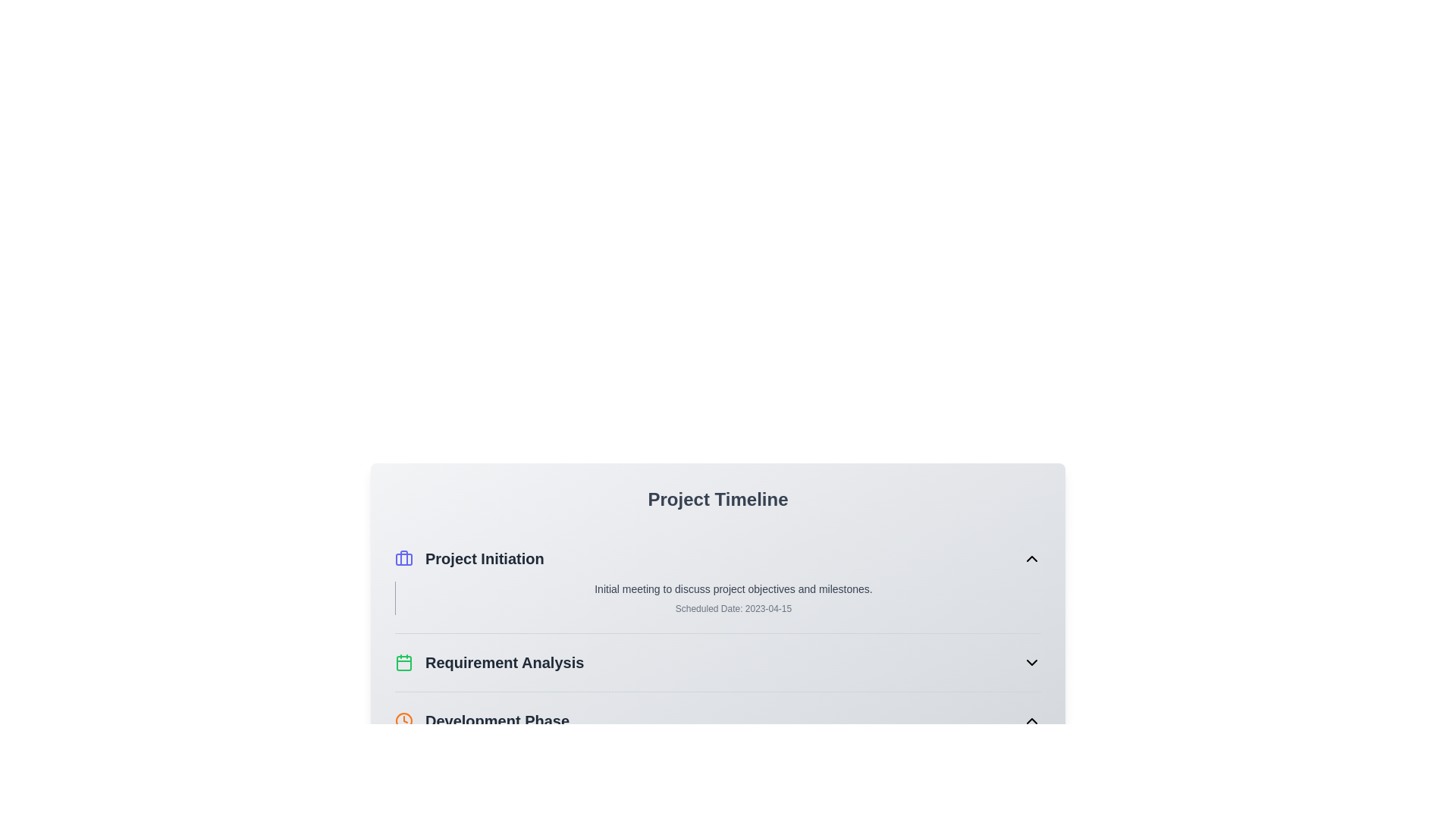 Image resolution: width=1456 pixels, height=819 pixels. What do you see at coordinates (403, 720) in the screenshot?
I see `the icon that visually indicates the timing or duration related to the 'Development Phase' item in the 'Project Timeline' list, located to the left of the corresponding text` at bounding box center [403, 720].